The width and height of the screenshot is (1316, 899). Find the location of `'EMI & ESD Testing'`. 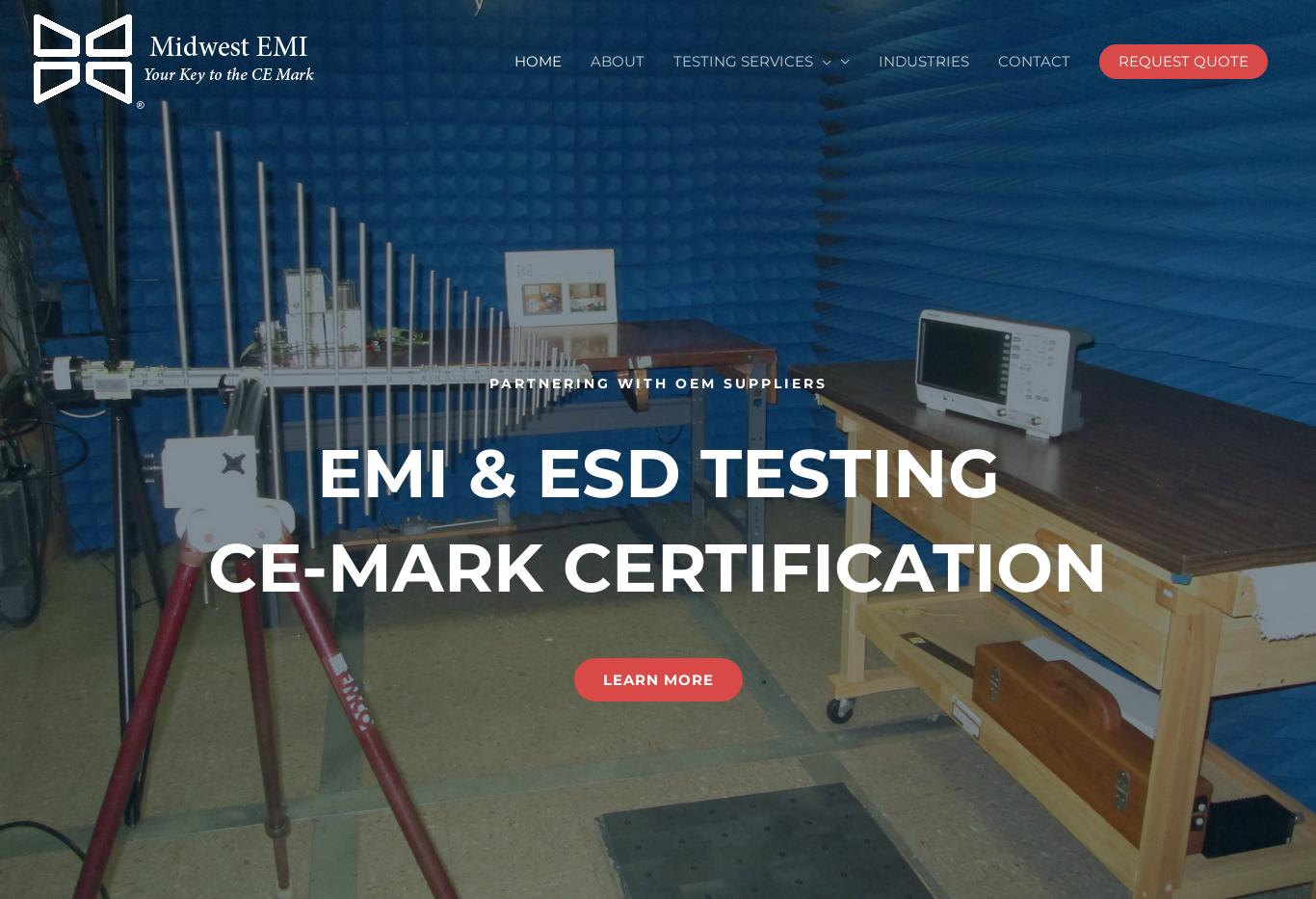

'EMI & ESD Testing' is located at coordinates (656, 472).